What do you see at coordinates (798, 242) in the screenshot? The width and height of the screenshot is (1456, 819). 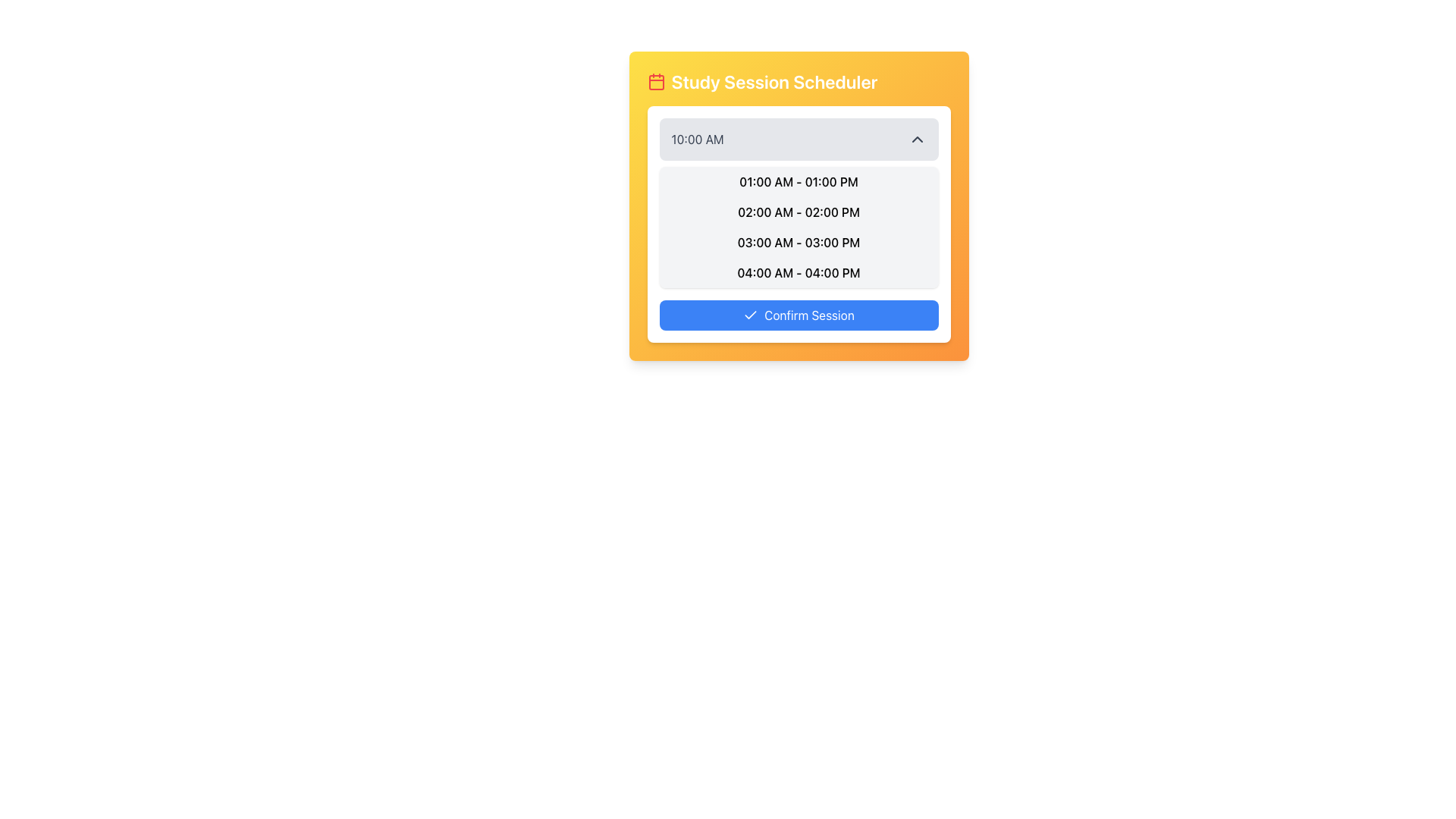 I see `the static text element displaying '03:00 AM - 03:00 PM' which is the third item in a list of time ranges` at bounding box center [798, 242].